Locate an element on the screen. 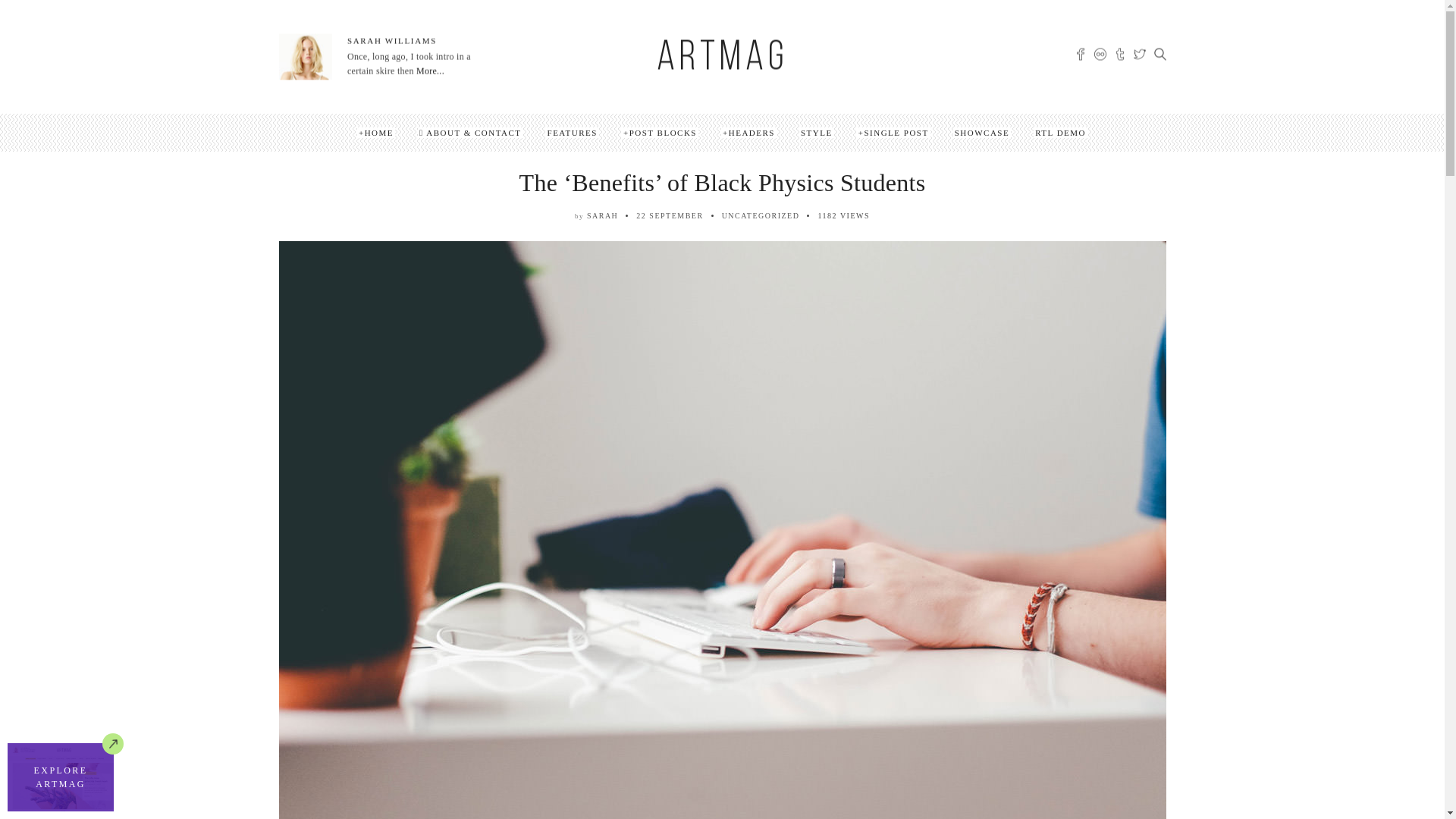 The width and height of the screenshot is (1456, 819). 'POST BLOCKS' is located at coordinates (660, 131).